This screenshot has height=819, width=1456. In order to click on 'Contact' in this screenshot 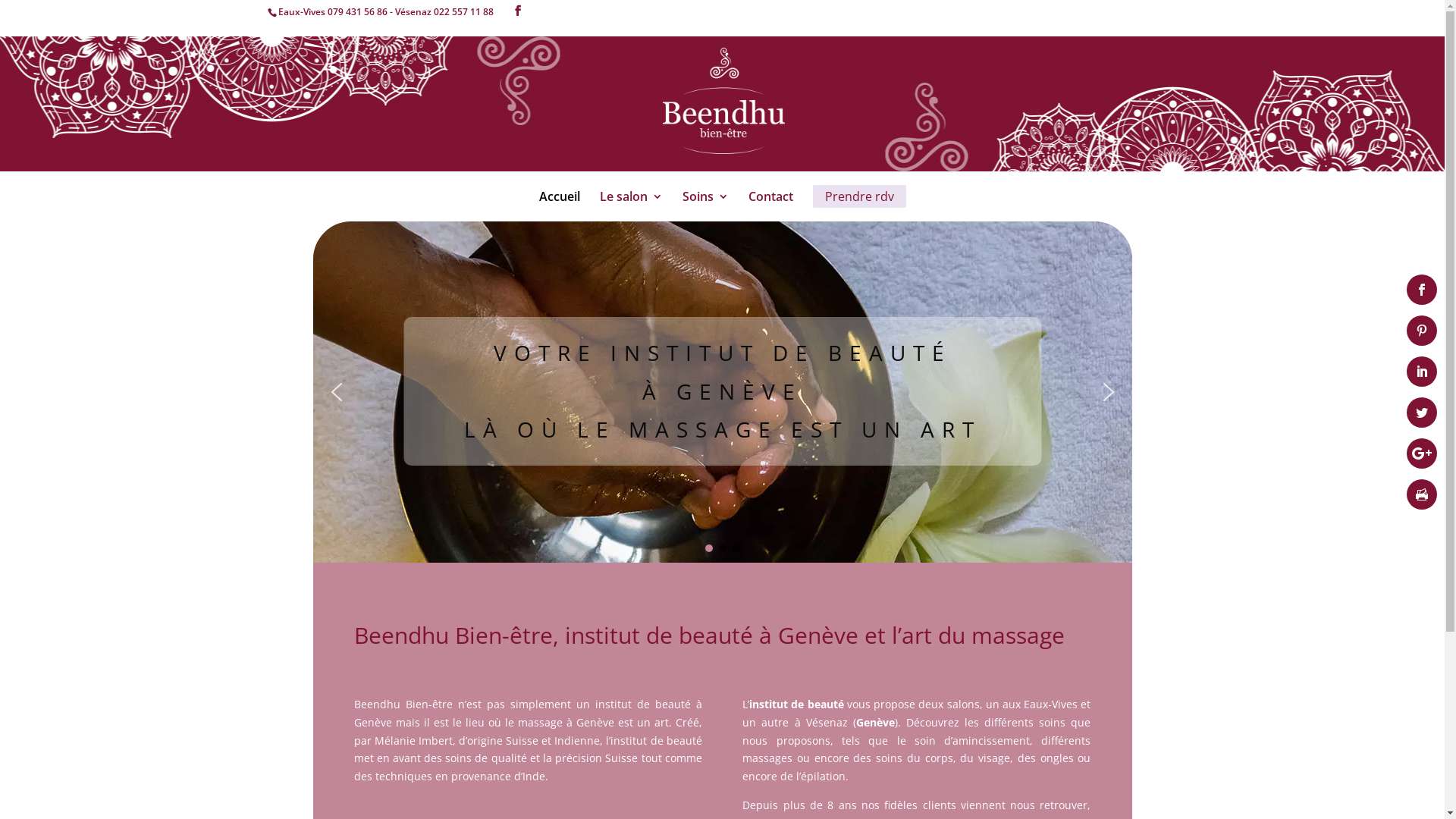, I will do `click(747, 207)`.